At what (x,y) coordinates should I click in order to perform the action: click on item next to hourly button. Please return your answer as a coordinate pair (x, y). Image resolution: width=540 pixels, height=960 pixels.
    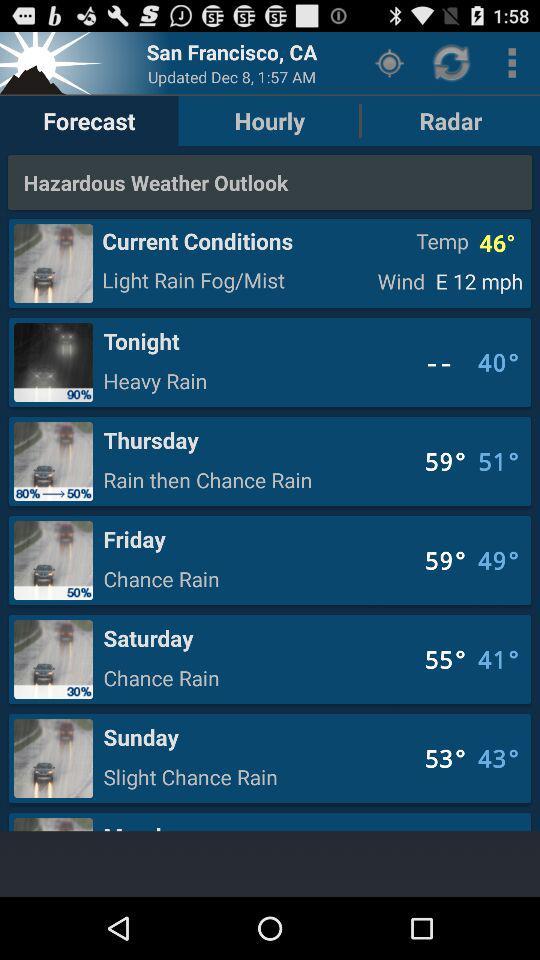
    Looking at the image, I should click on (389, 62).